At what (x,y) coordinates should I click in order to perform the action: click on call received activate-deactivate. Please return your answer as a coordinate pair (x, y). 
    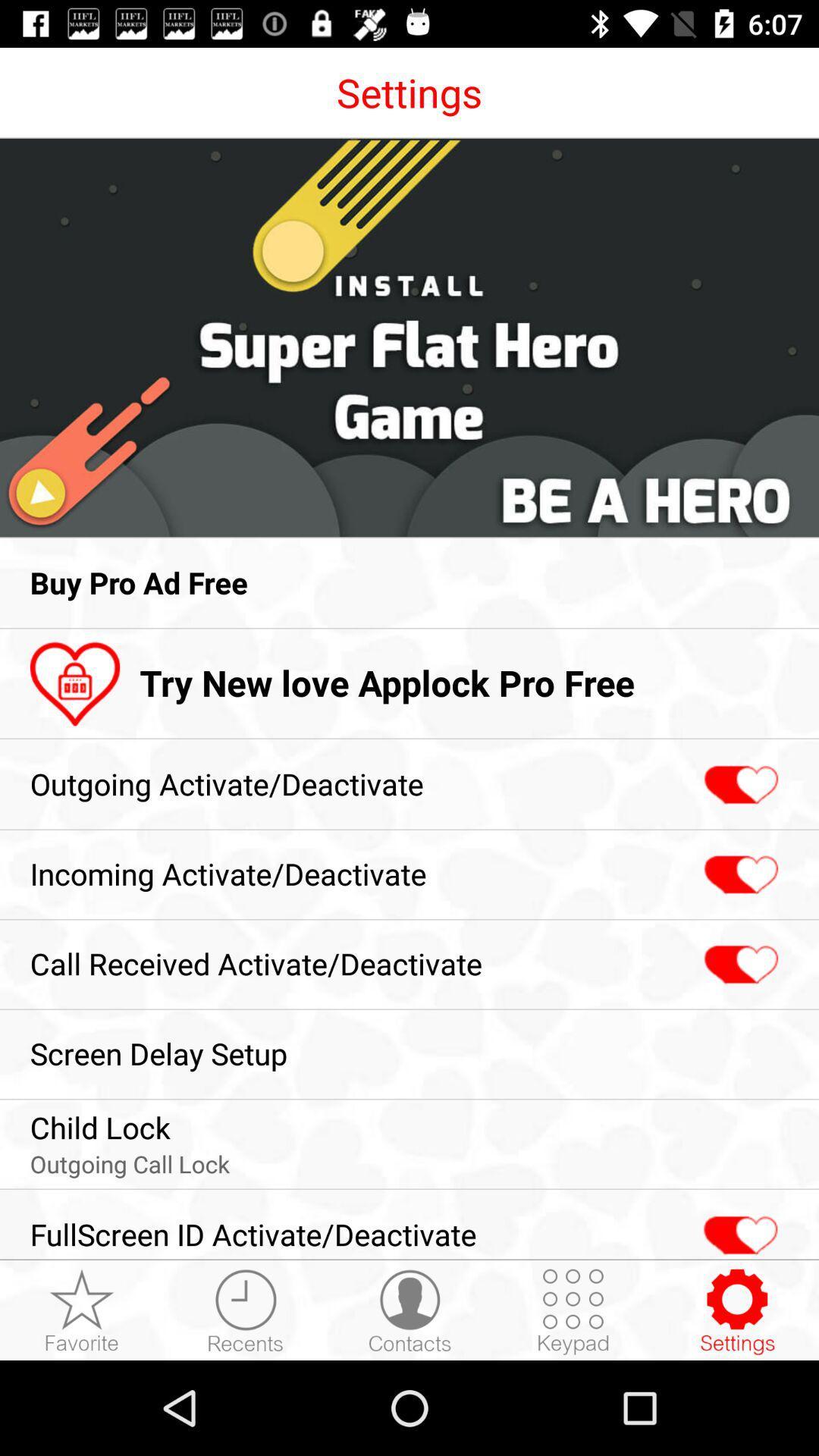
    Looking at the image, I should click on (739, 964).